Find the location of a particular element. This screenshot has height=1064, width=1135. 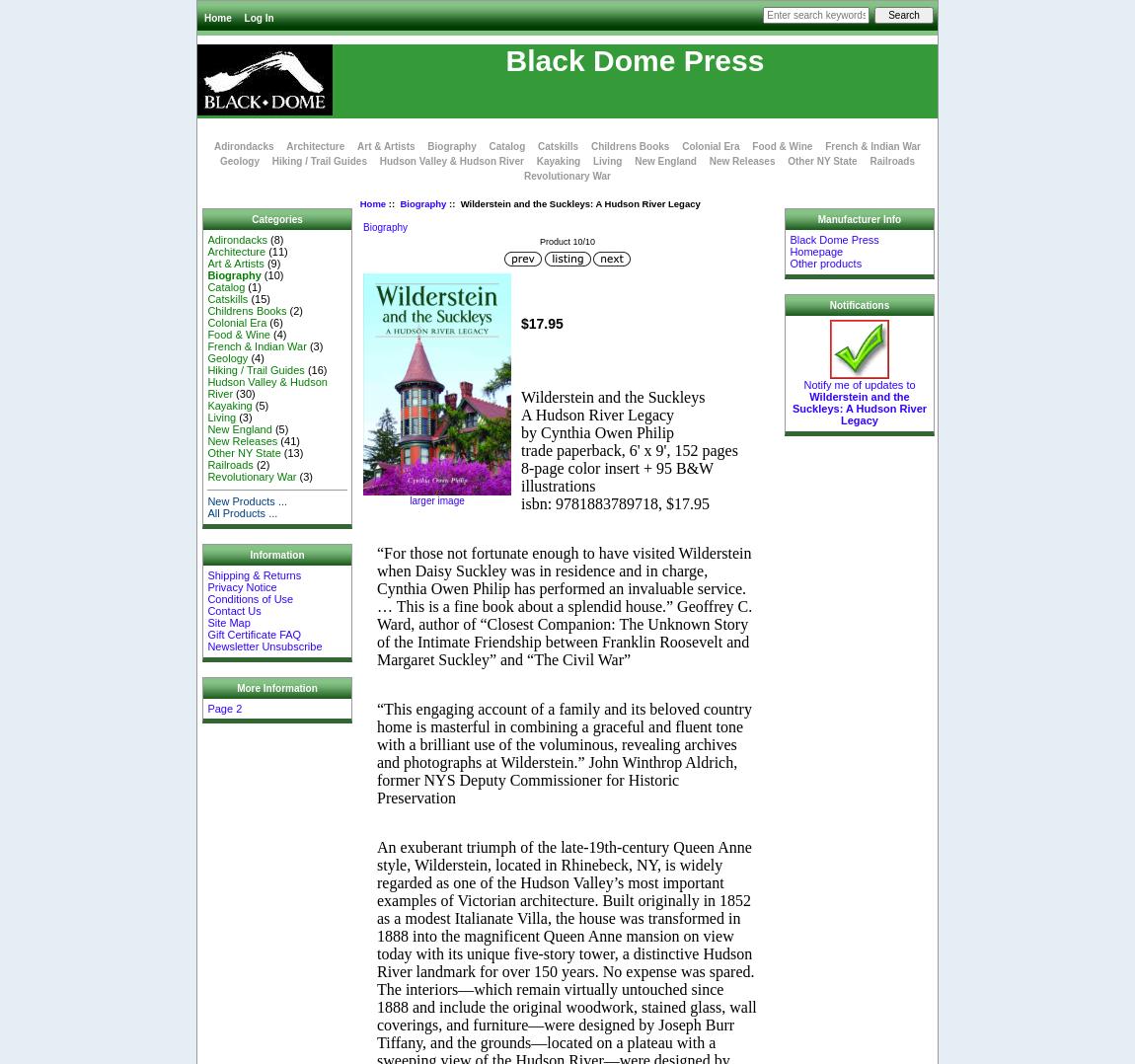

'isbn: 9781883789718, $17.95' is located at coordinates (614, 502).